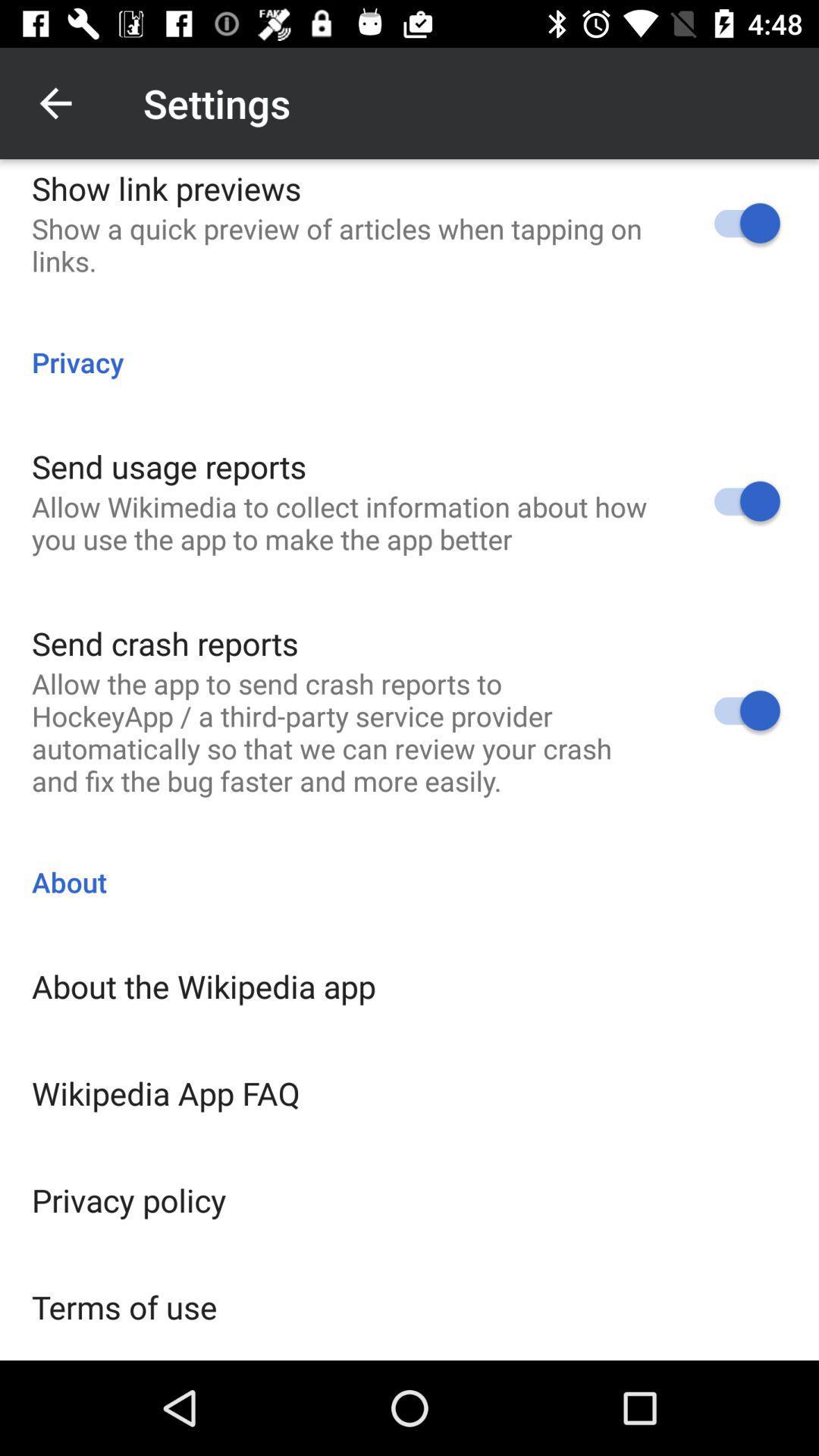 The width and height of the screenshot is (819, 1456). Describe the element at coordinates (55, 102) in the screenshot. I see `icon above show link previews` at that location.